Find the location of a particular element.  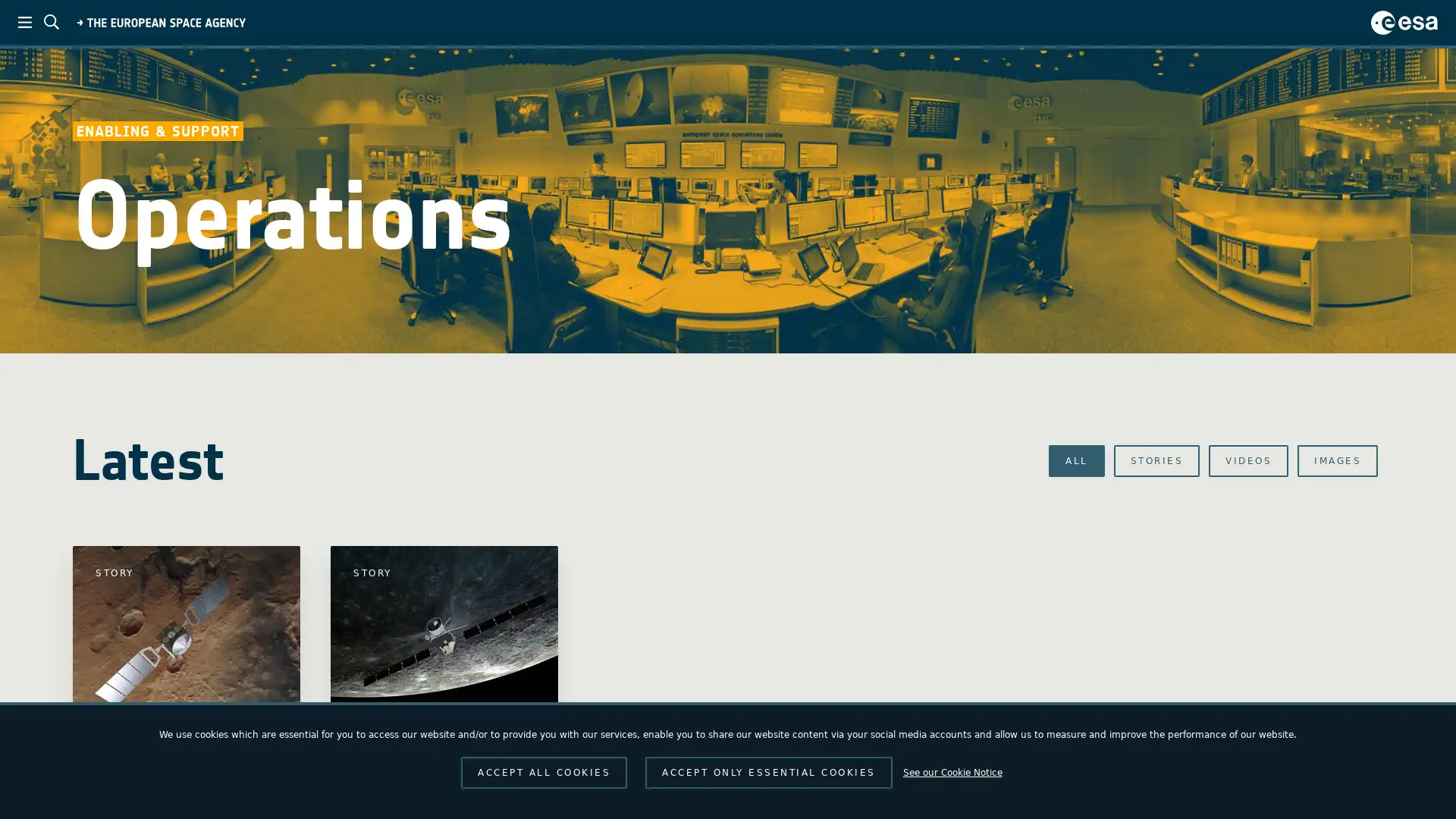

STORIES is located at coordinates (1156, 459).